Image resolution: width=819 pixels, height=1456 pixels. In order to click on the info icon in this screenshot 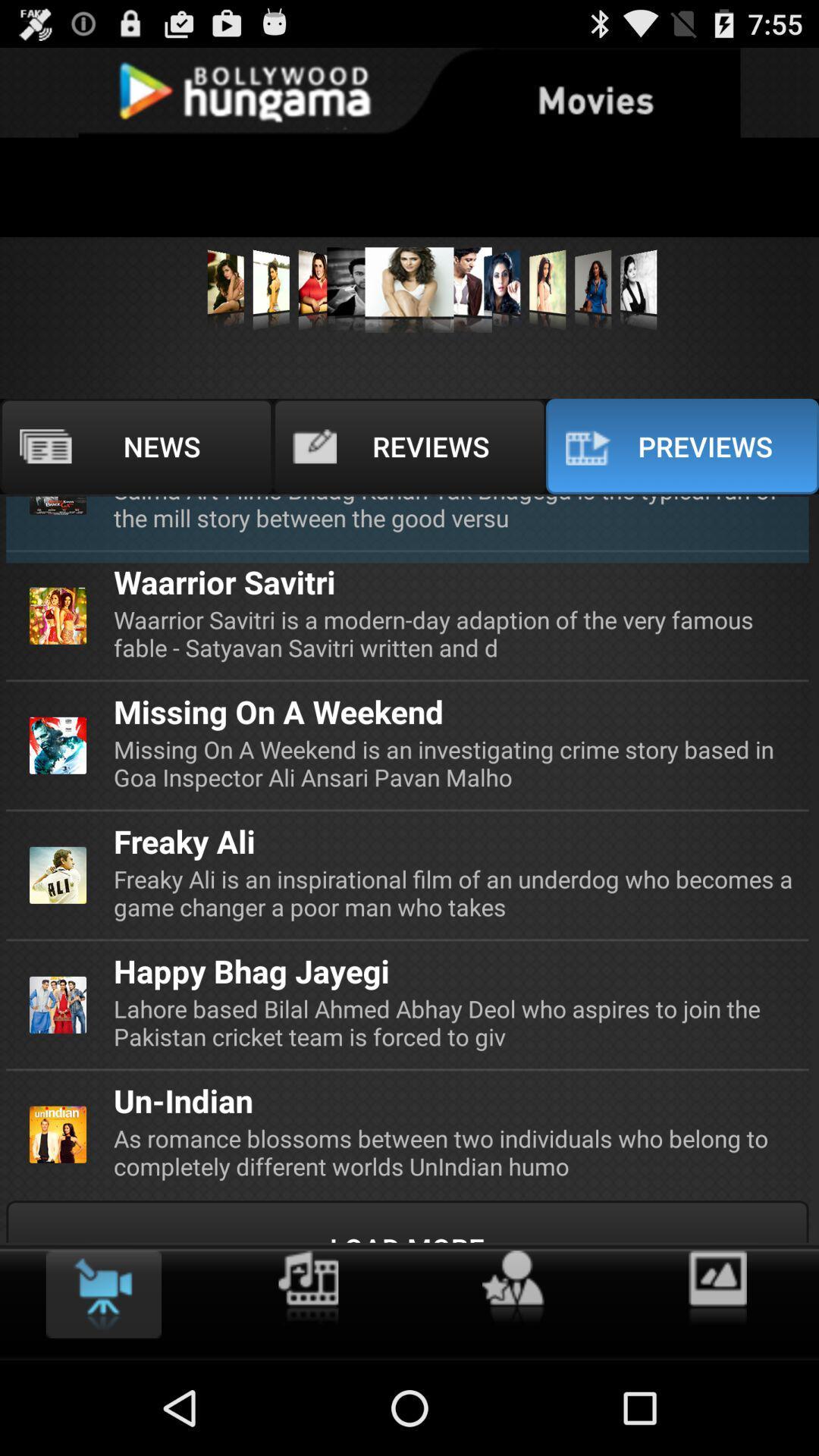, I will do `click(307, 1378)`.